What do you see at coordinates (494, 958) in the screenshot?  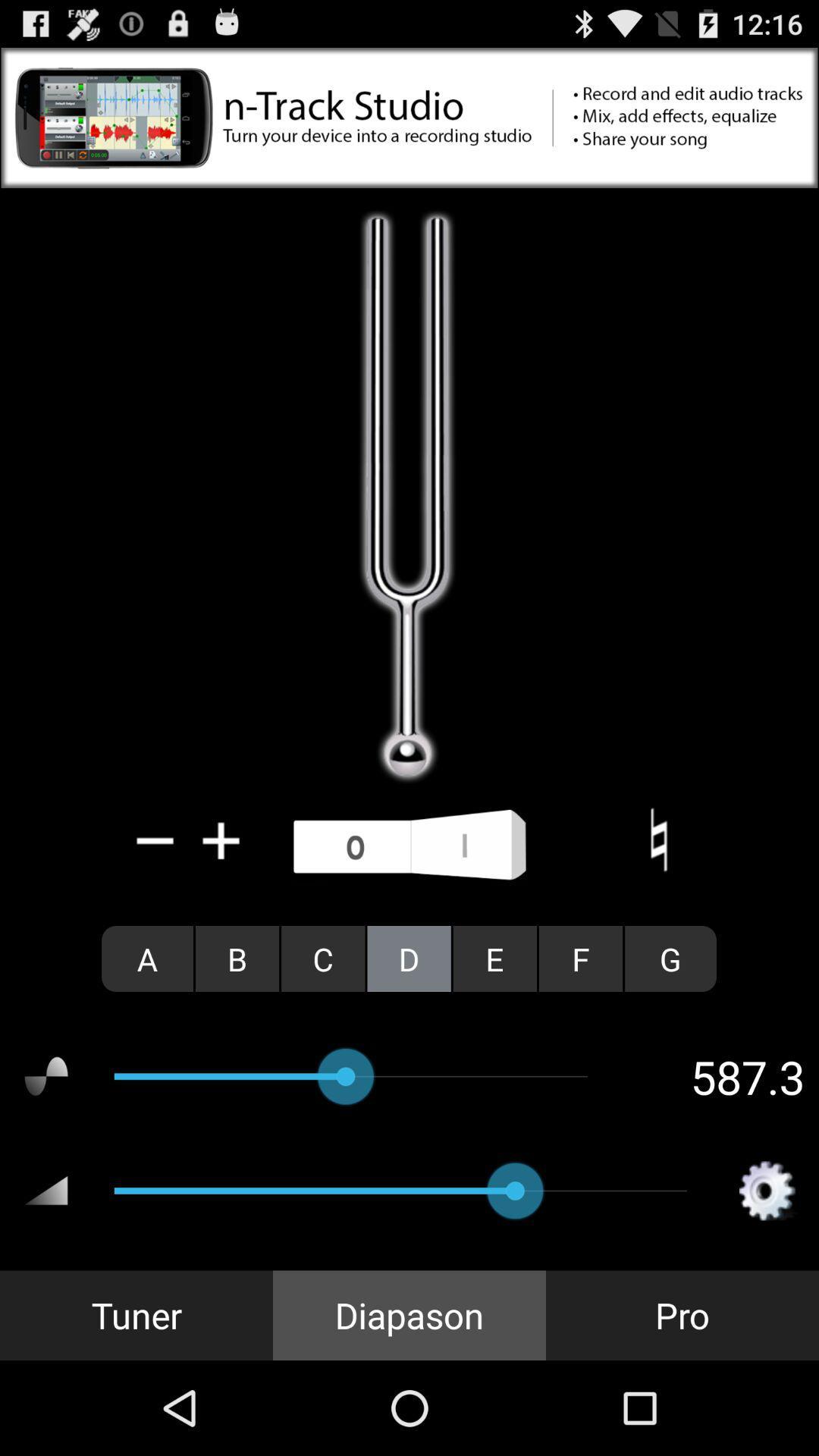 I see `item to the left of f radio button` at bounding box center [494, 958].